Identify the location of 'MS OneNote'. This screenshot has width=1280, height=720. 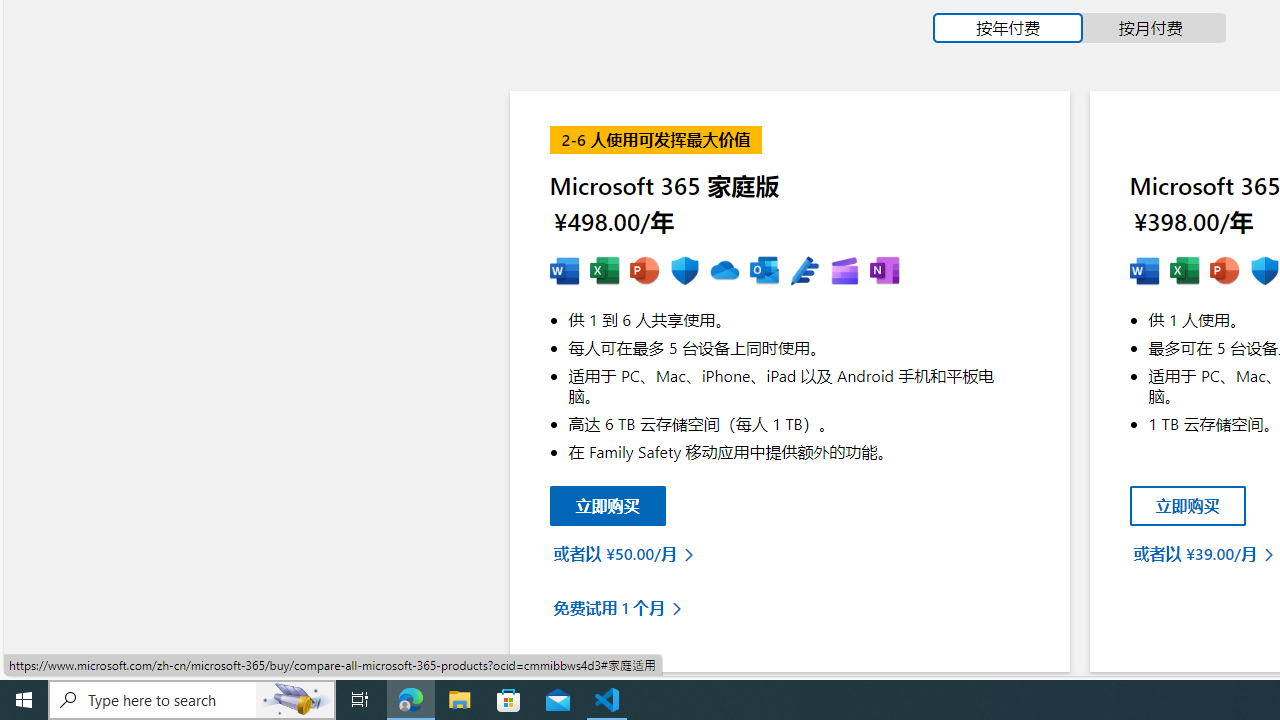
(883, 271).